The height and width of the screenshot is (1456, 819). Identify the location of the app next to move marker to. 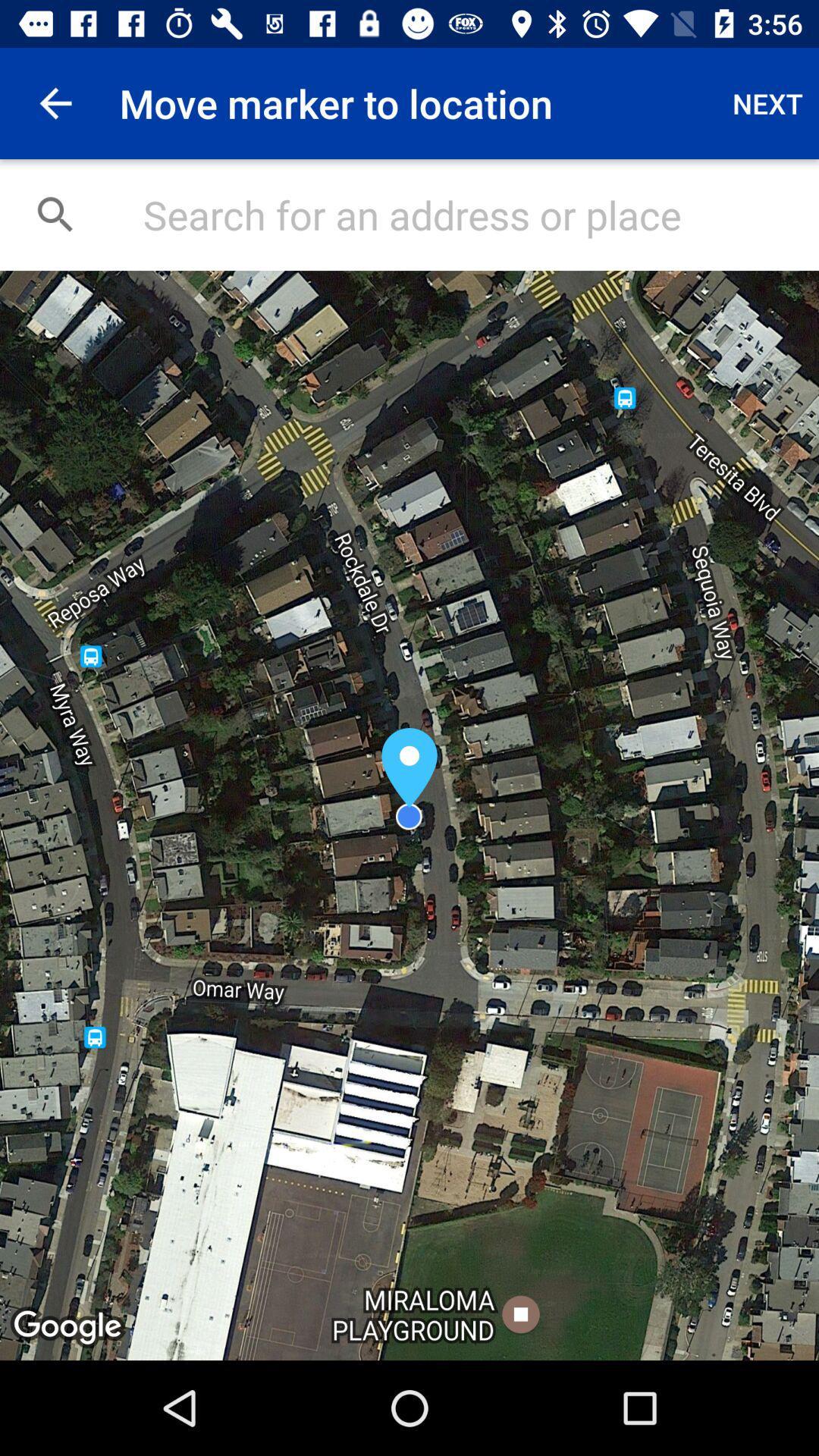
(767, 102).